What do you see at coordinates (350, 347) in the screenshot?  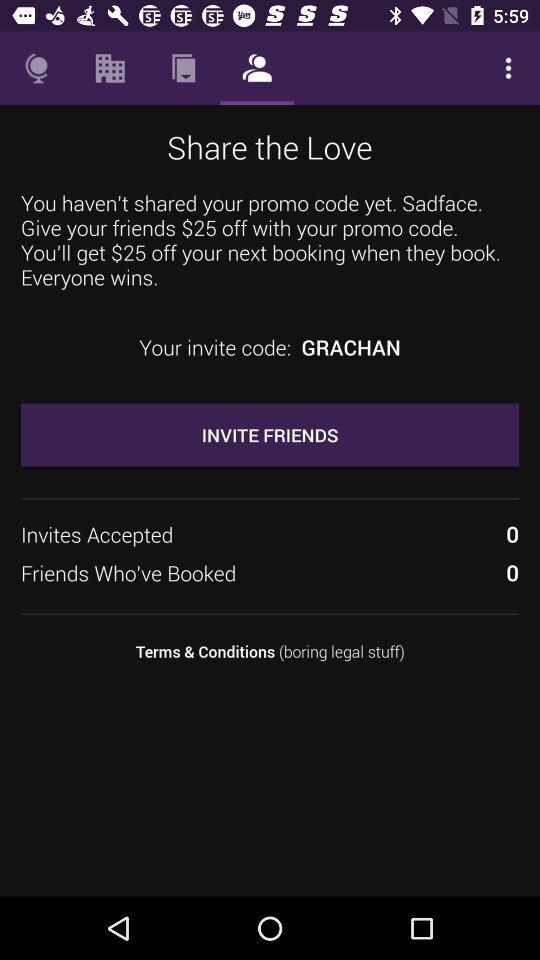 I see `the item below you haven t item` at bounding box center [350, 347].